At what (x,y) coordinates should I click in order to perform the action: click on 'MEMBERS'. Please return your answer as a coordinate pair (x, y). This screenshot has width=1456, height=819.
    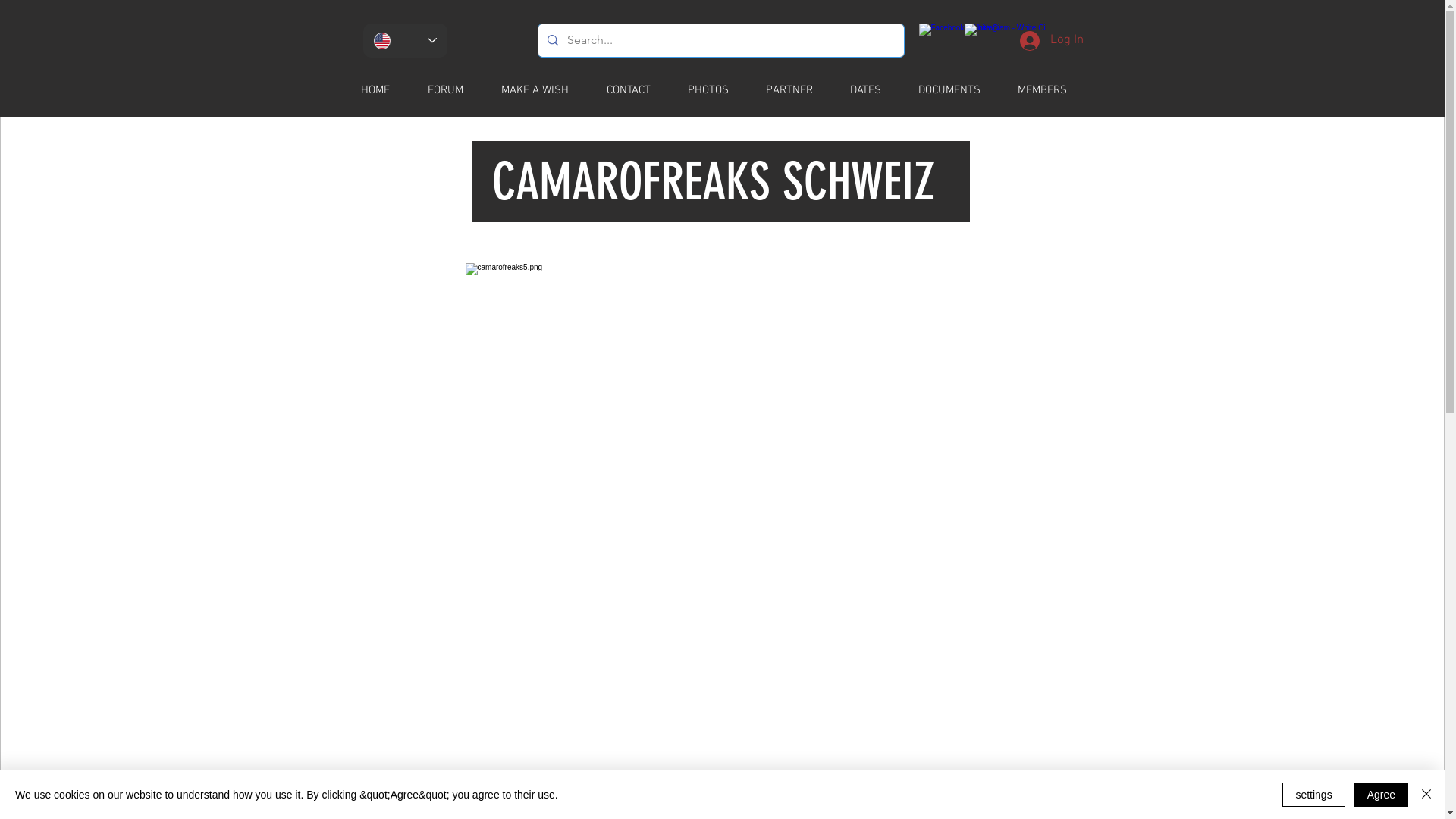
    Looking at the image, I should click on (1050, 90).